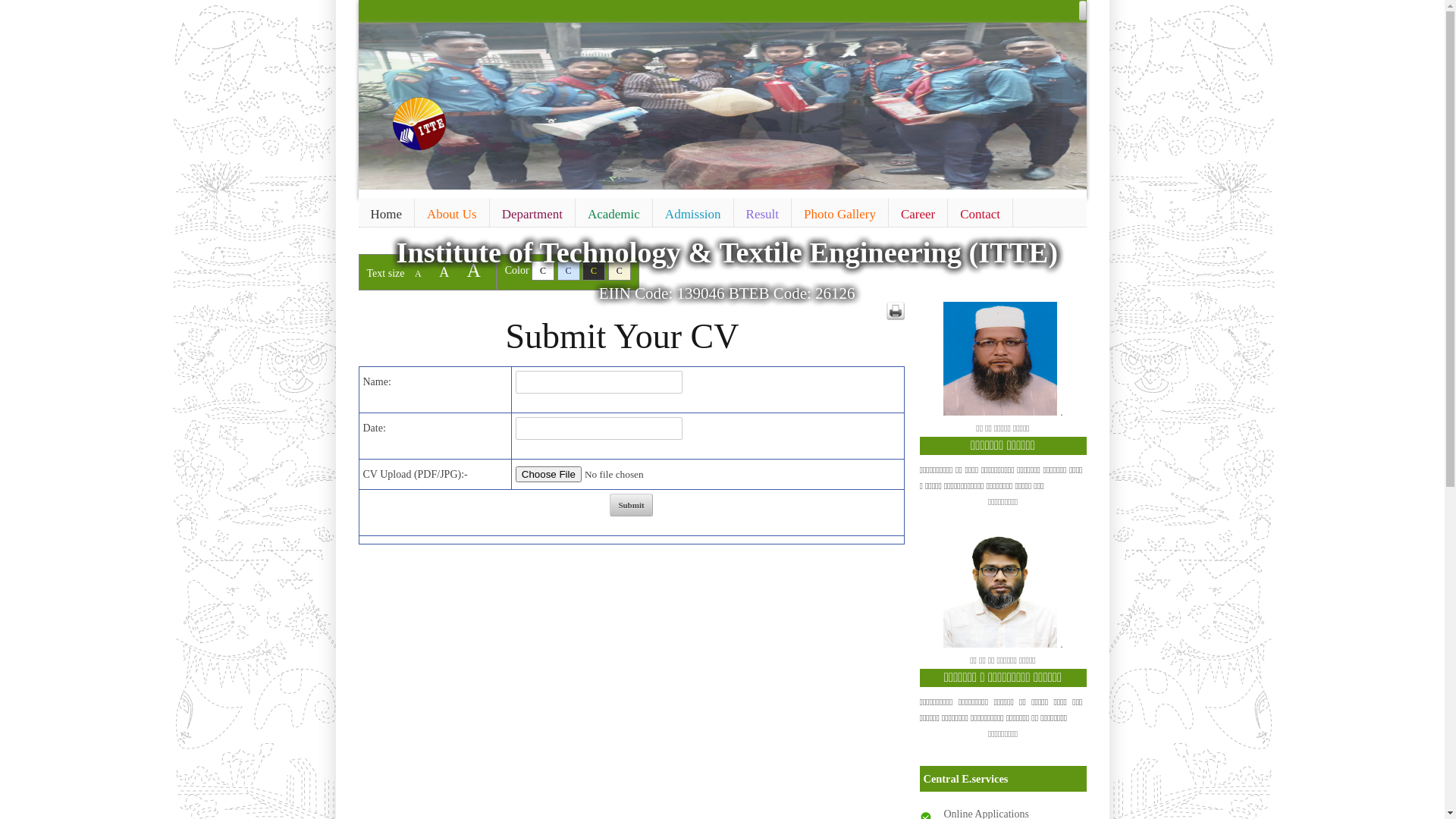 The image size is (1456, 819). I want to click on 'Print', so click(895, 309).